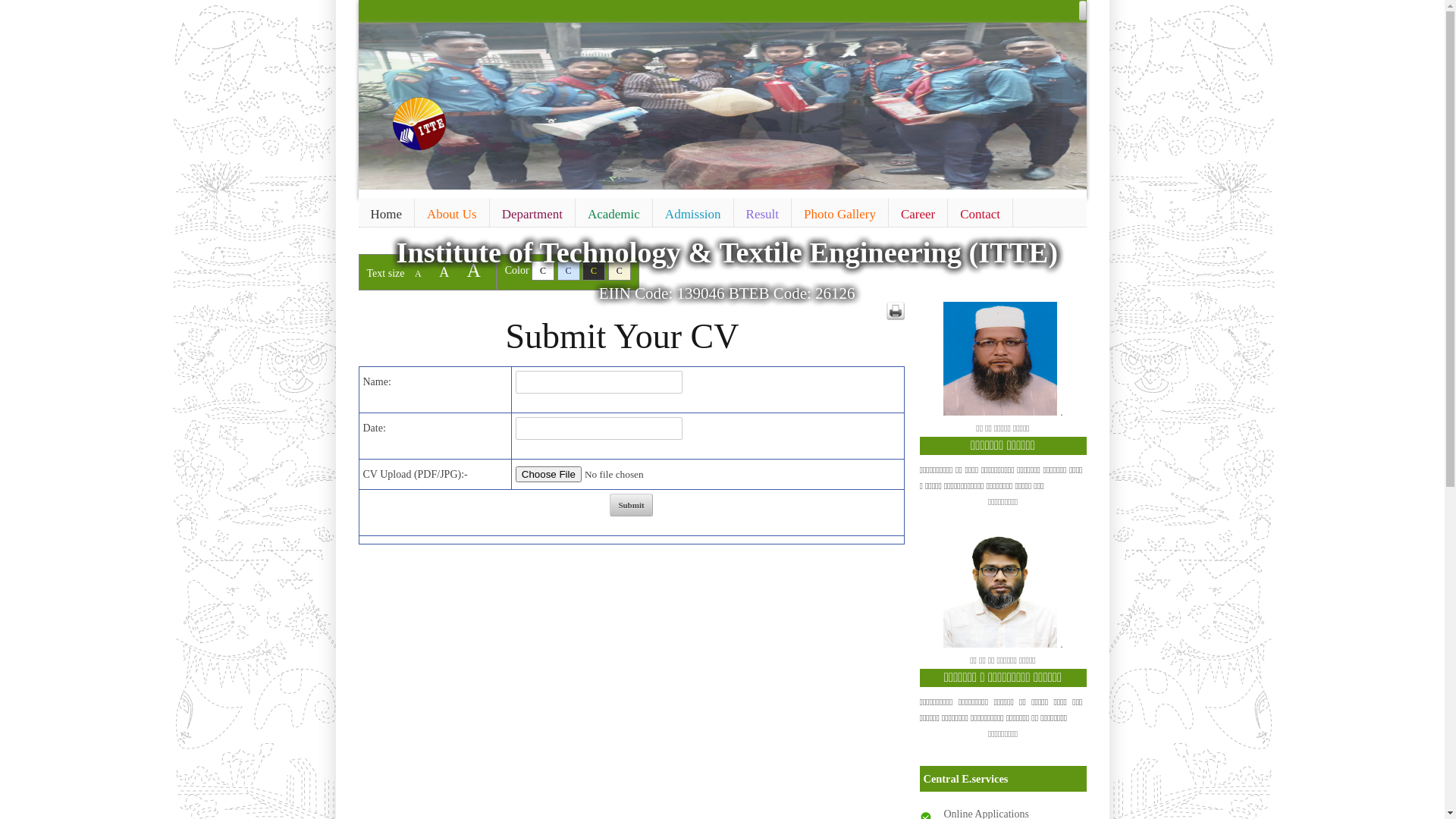 The image size is (1456, 819). I want to click on 'Print', so click(895, 309).